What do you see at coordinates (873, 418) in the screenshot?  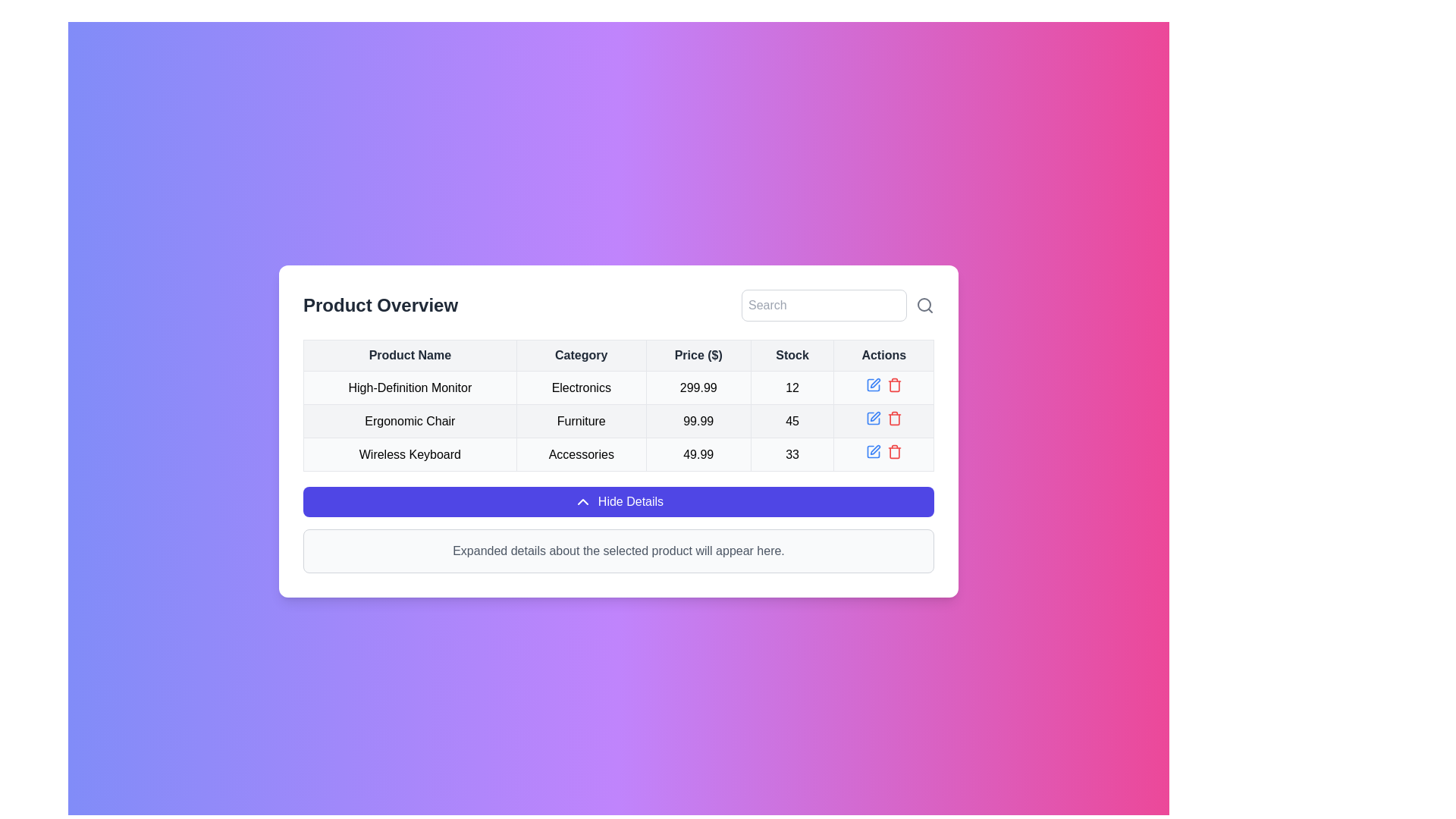 I see `the edit button located in the 'Actions' column of the second row in the table, which is the first action element to the left of the red trash icon` at bounding box center [873, 418].